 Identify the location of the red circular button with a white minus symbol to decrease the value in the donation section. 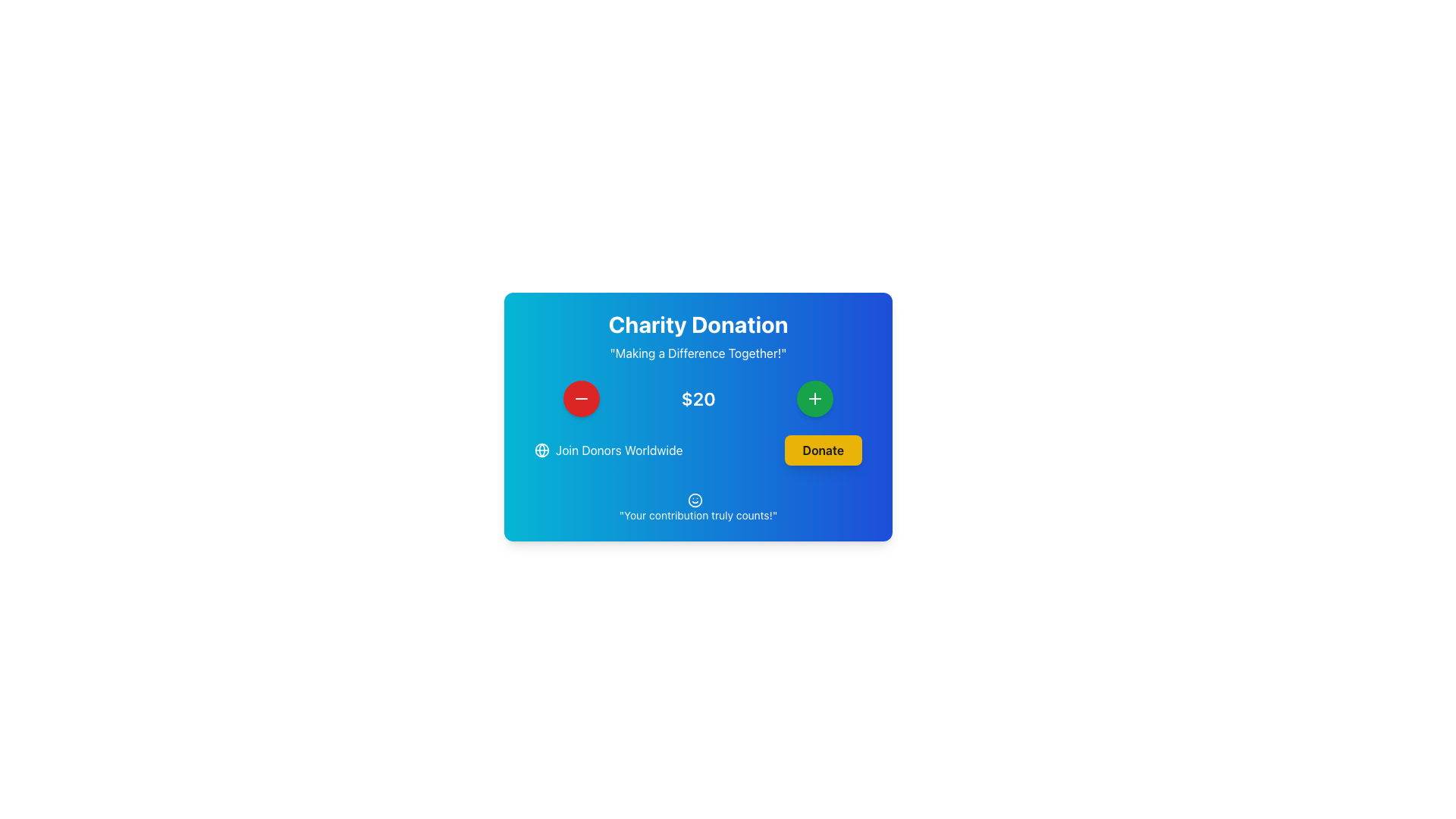
(580, 397).